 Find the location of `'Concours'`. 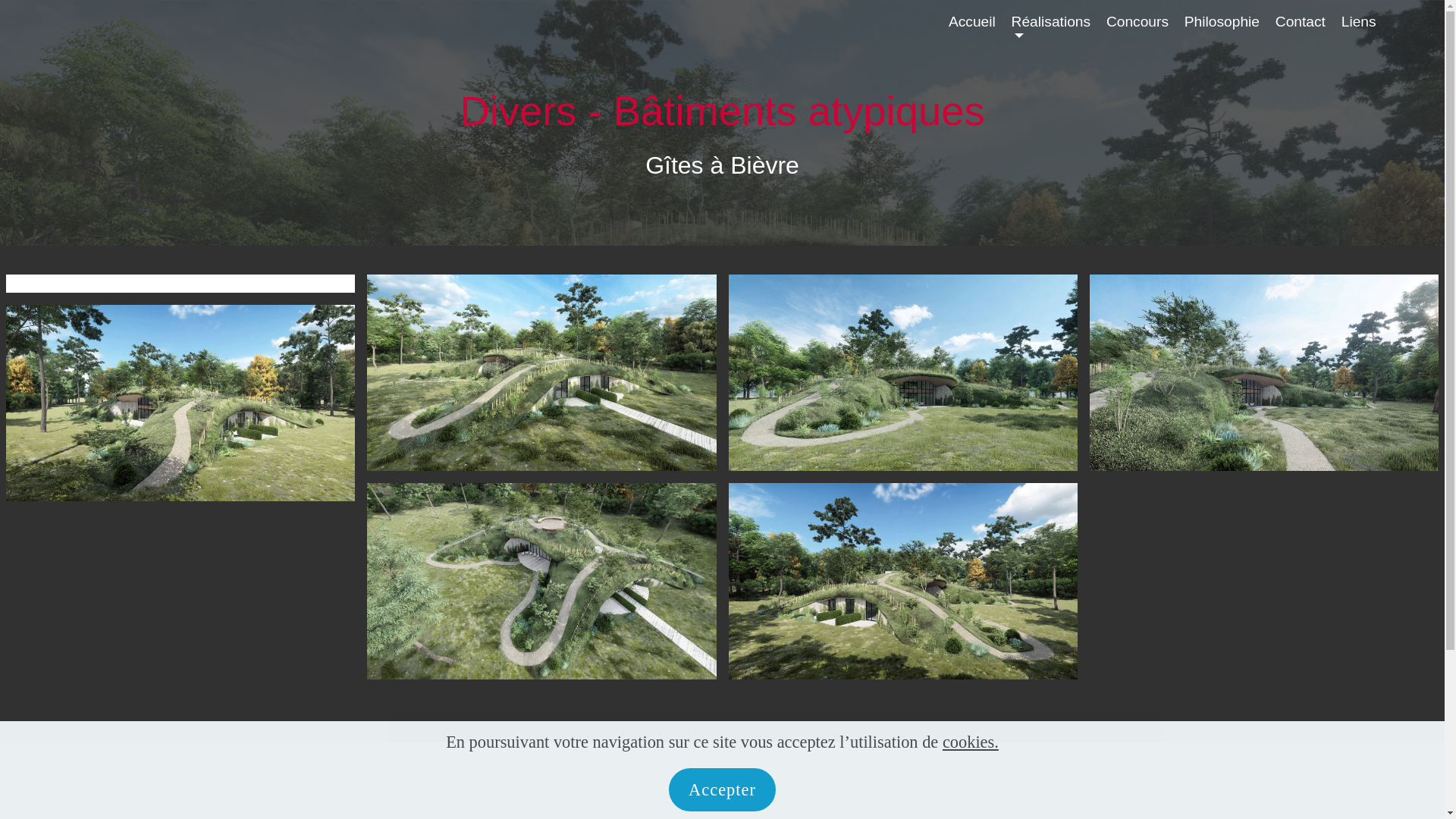

'Concours' is located at coordinates (1137, 29).